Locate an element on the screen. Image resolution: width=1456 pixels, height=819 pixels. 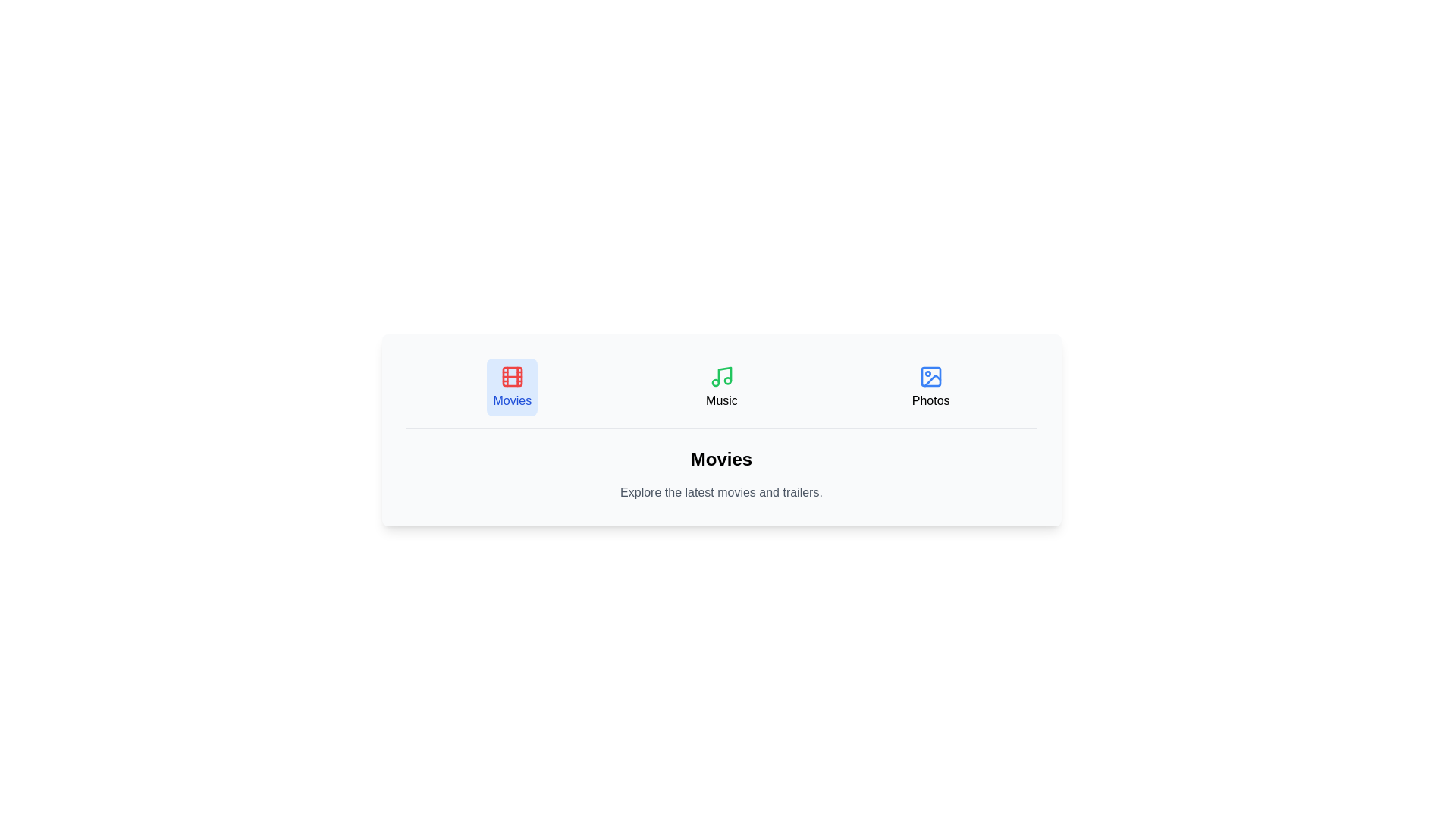
the tab labeled Photos to switch the content is located at coordinates (930, 386).